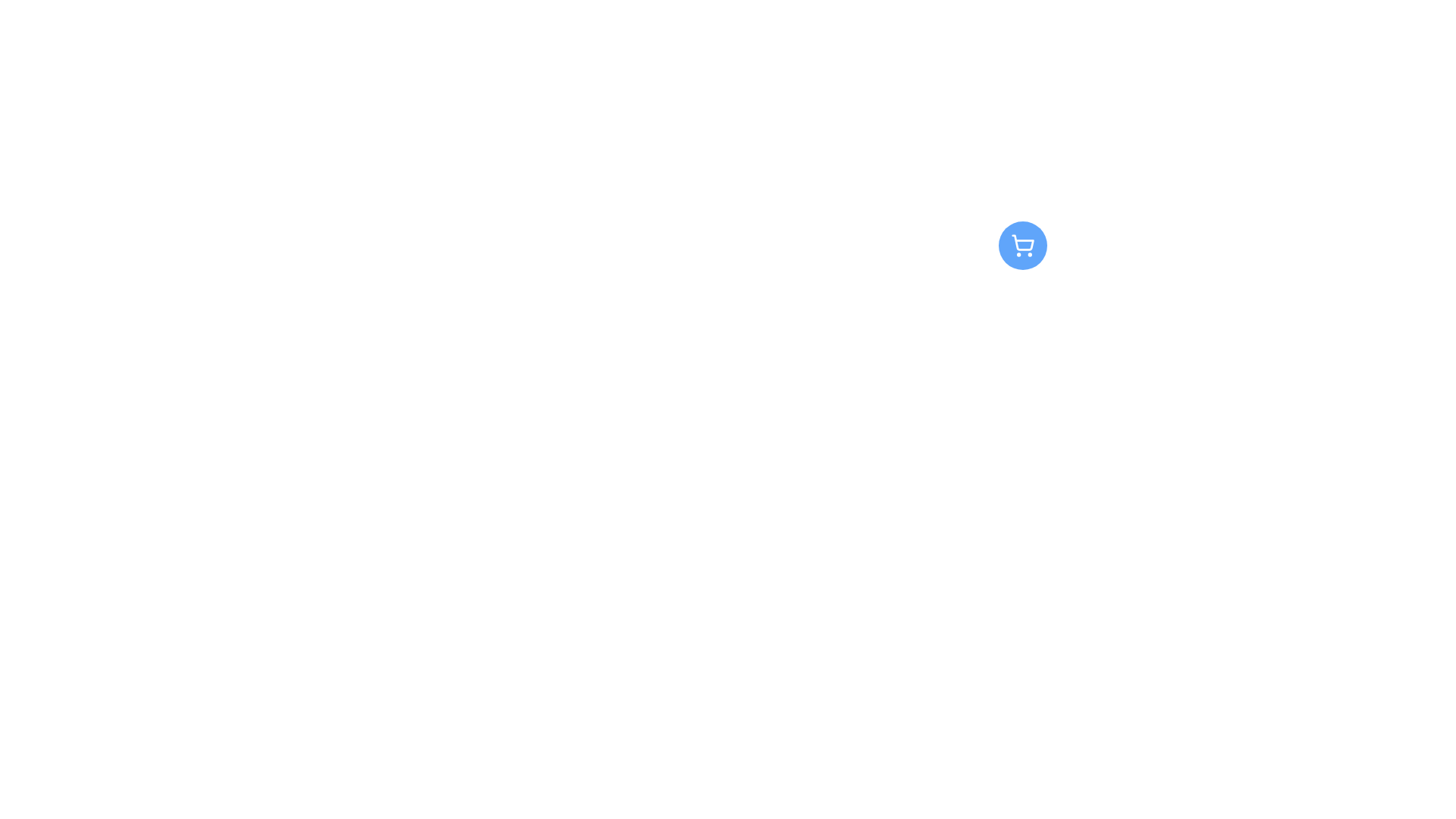 Image resolution: width=1456 pixels, height=819 pixels. What do you see at coordinates (1022, 245) in the screenshot?
I see `the shopping cart icon located within a blue circular button in the top-right portion of the layout` at bounding box center [1022, 245].